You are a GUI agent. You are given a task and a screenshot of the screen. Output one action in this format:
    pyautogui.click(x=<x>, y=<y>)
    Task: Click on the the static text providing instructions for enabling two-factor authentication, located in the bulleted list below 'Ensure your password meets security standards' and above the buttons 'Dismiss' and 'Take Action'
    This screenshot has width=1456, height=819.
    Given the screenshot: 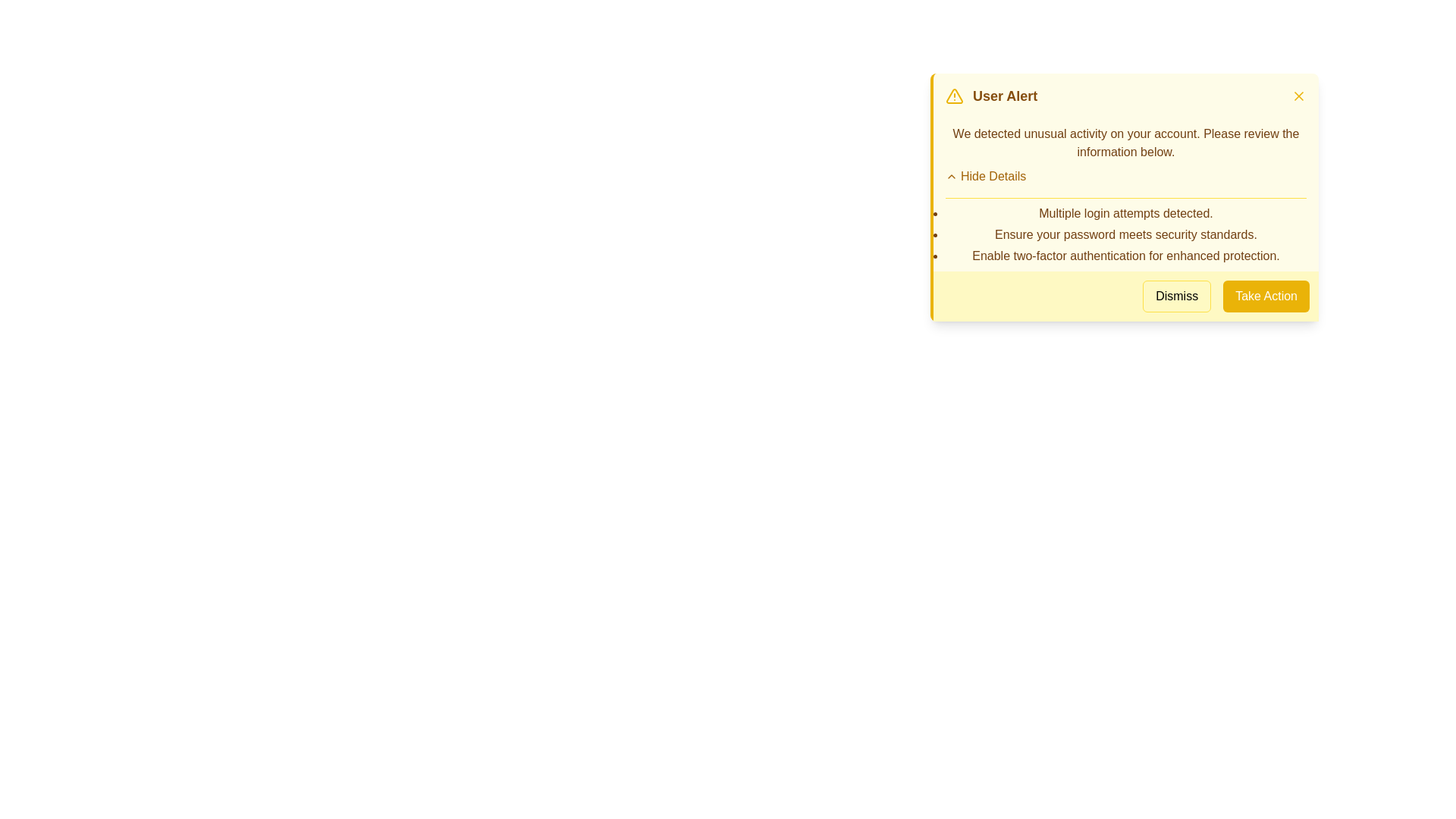 What is the action you would take?
    pyautogui.click(x=1125, y=256)
    